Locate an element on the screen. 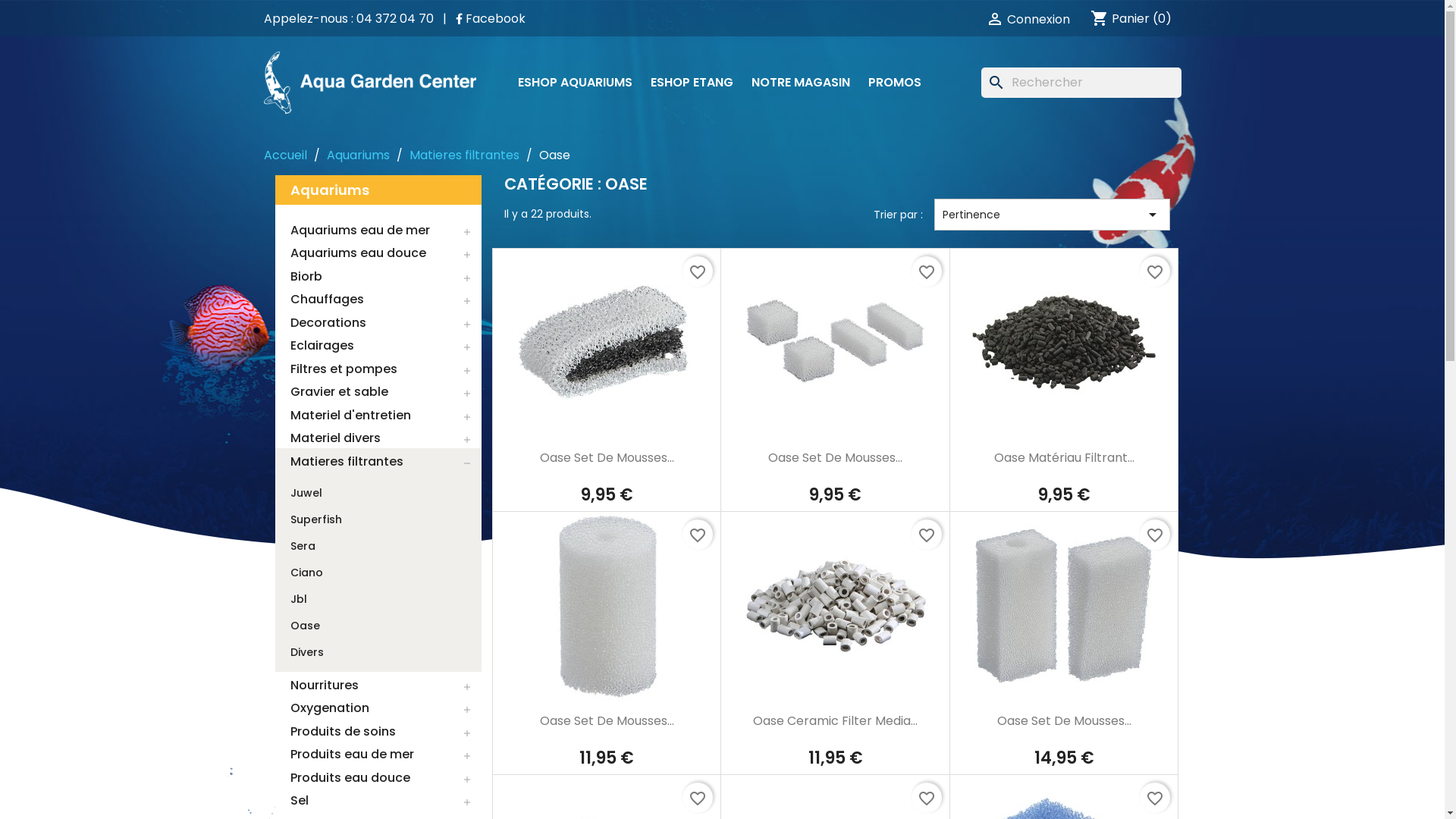 This screenshot has width=1456, height=819. 'Sel' is located at coordinates (378, 800).